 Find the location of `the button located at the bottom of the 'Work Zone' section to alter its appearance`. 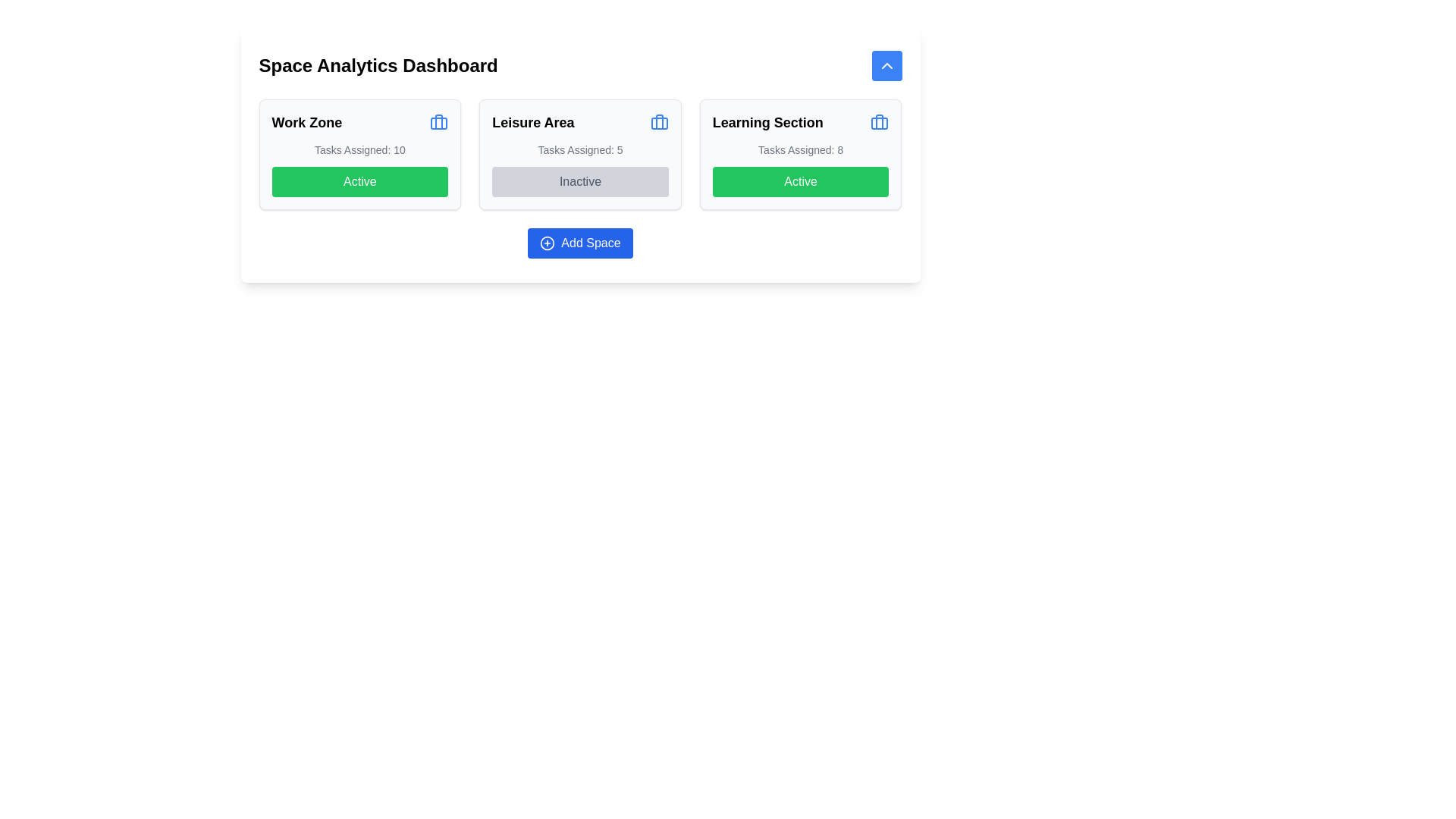

the button located at the bottom of the 'Work Zone' section to alter its appearance is located at coordinates (359, 180).